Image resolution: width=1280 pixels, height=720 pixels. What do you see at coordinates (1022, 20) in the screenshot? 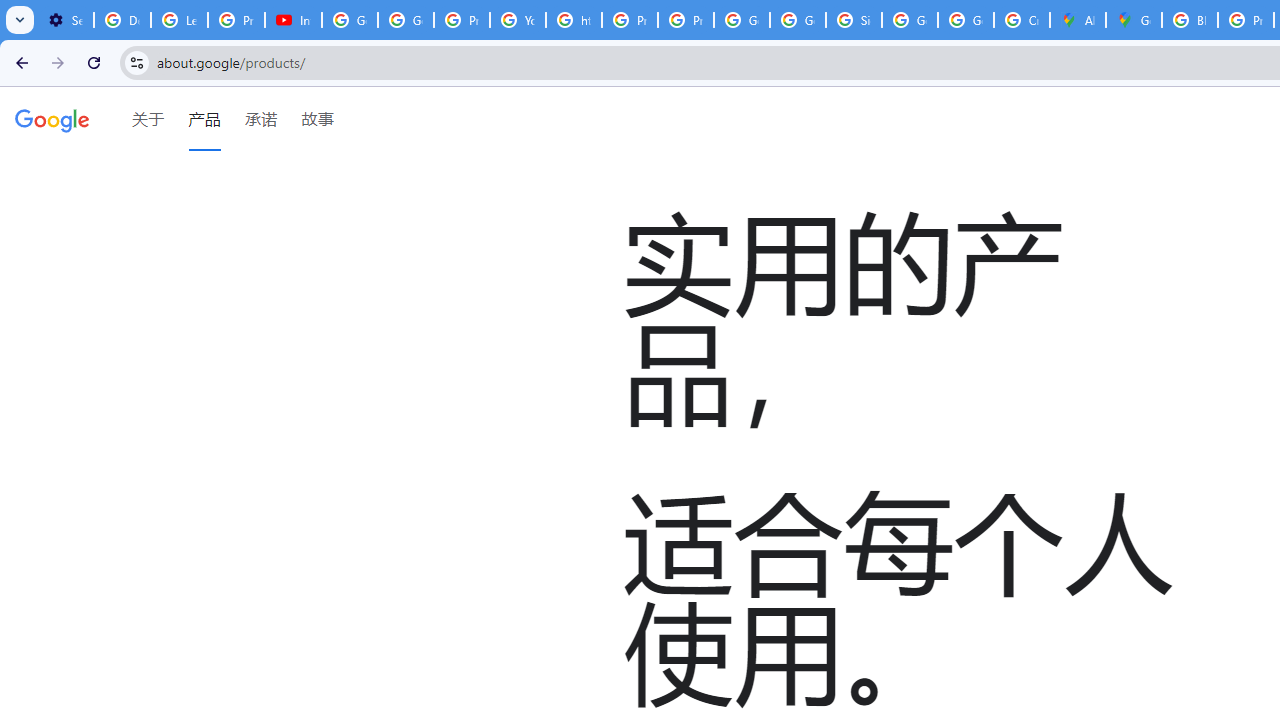
I see `'Create your Google Account'` at bounding box center [1022, 20].